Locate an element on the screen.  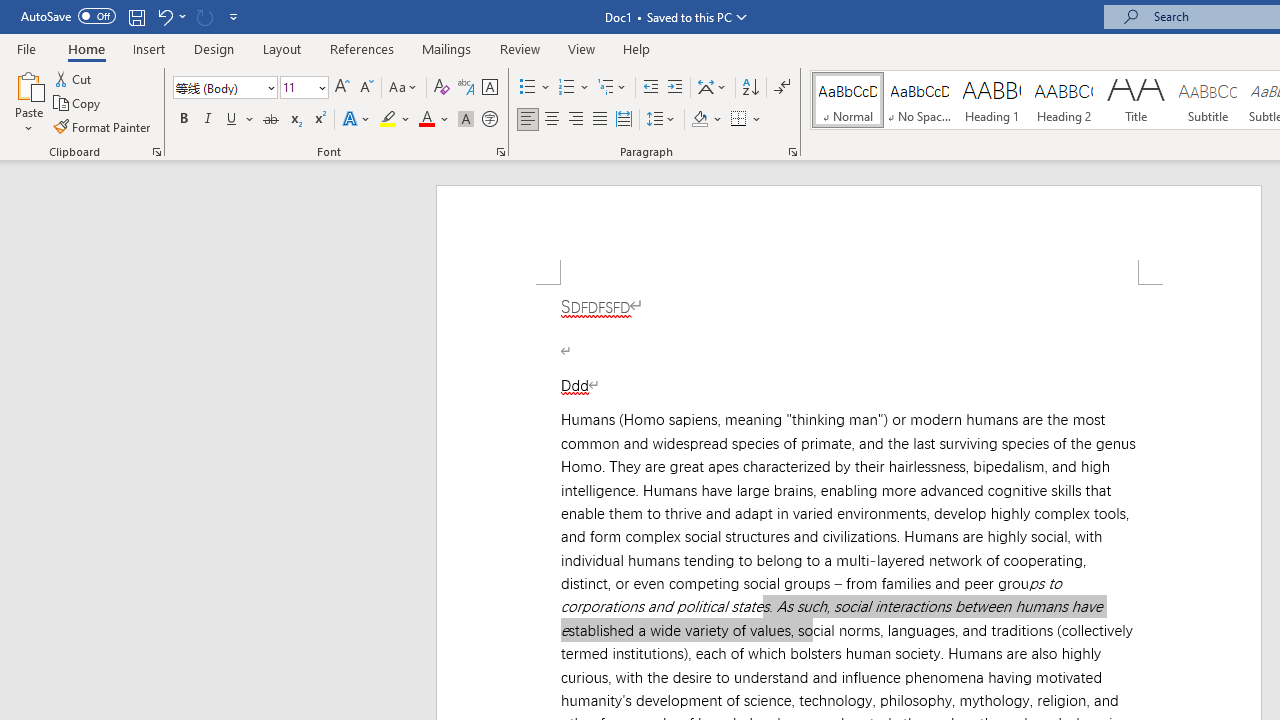
'Paragraph...' is located at coordinates (791, 150).